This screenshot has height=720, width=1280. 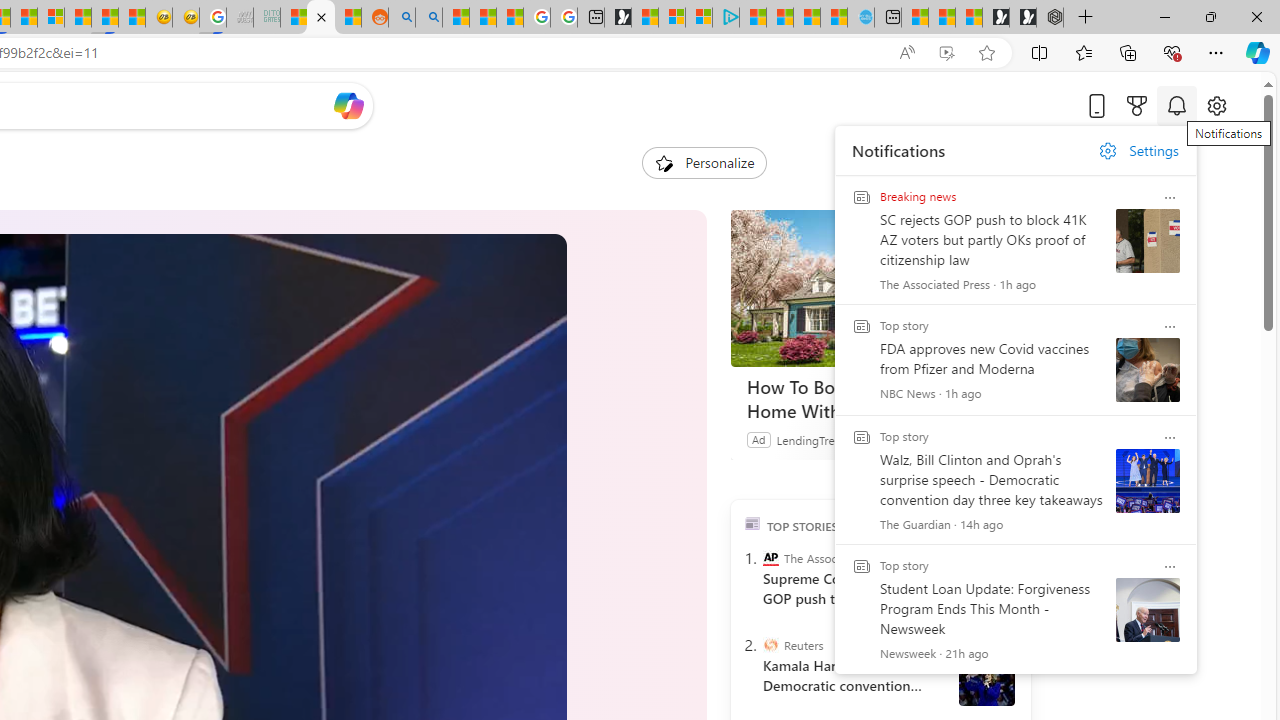 I want to click on 'DITOGAMES AG Imprint - Sleeping', so click(x=265, y=17).